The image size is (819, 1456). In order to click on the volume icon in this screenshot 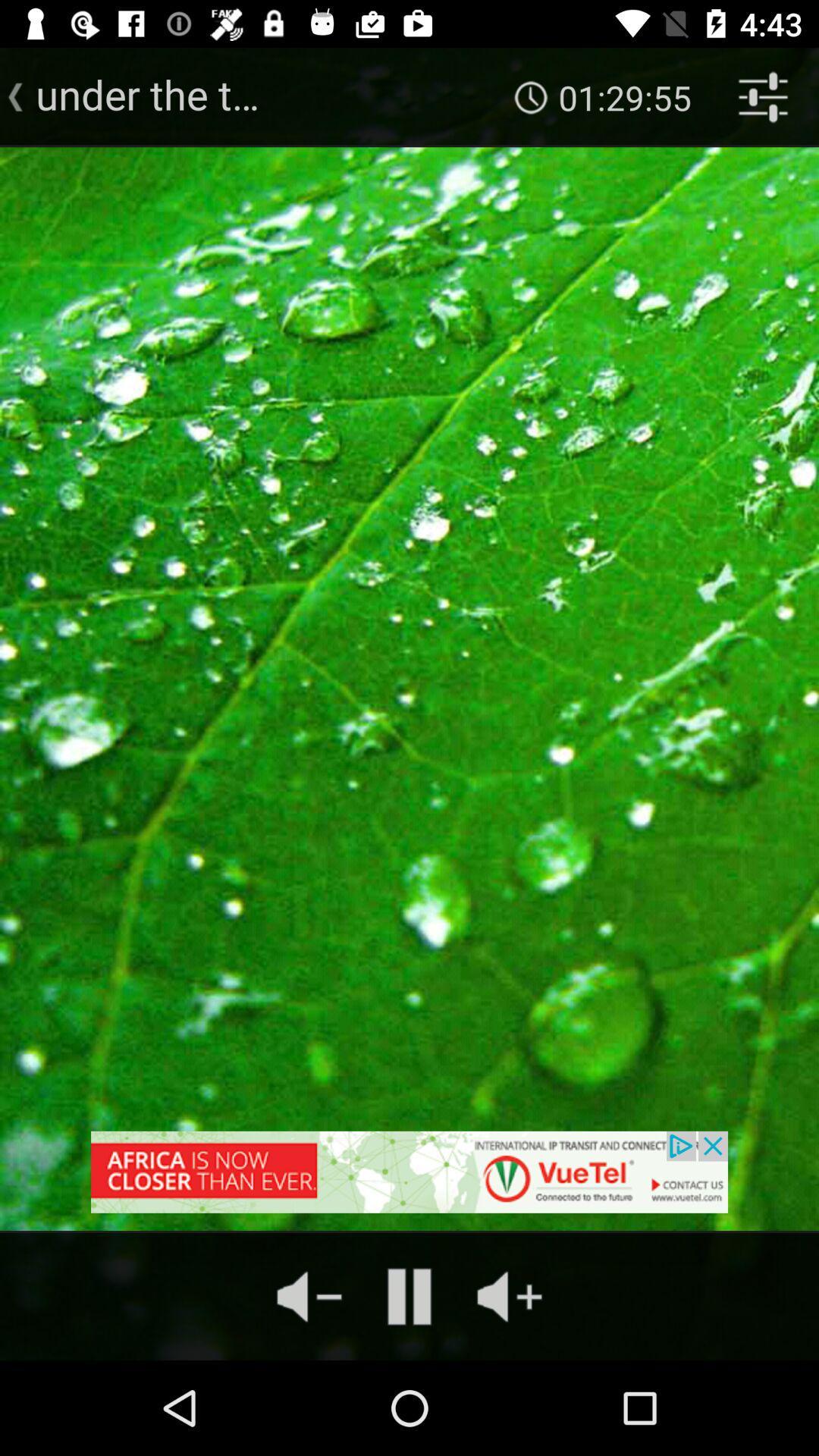, I will do `click(309, 1295)`.